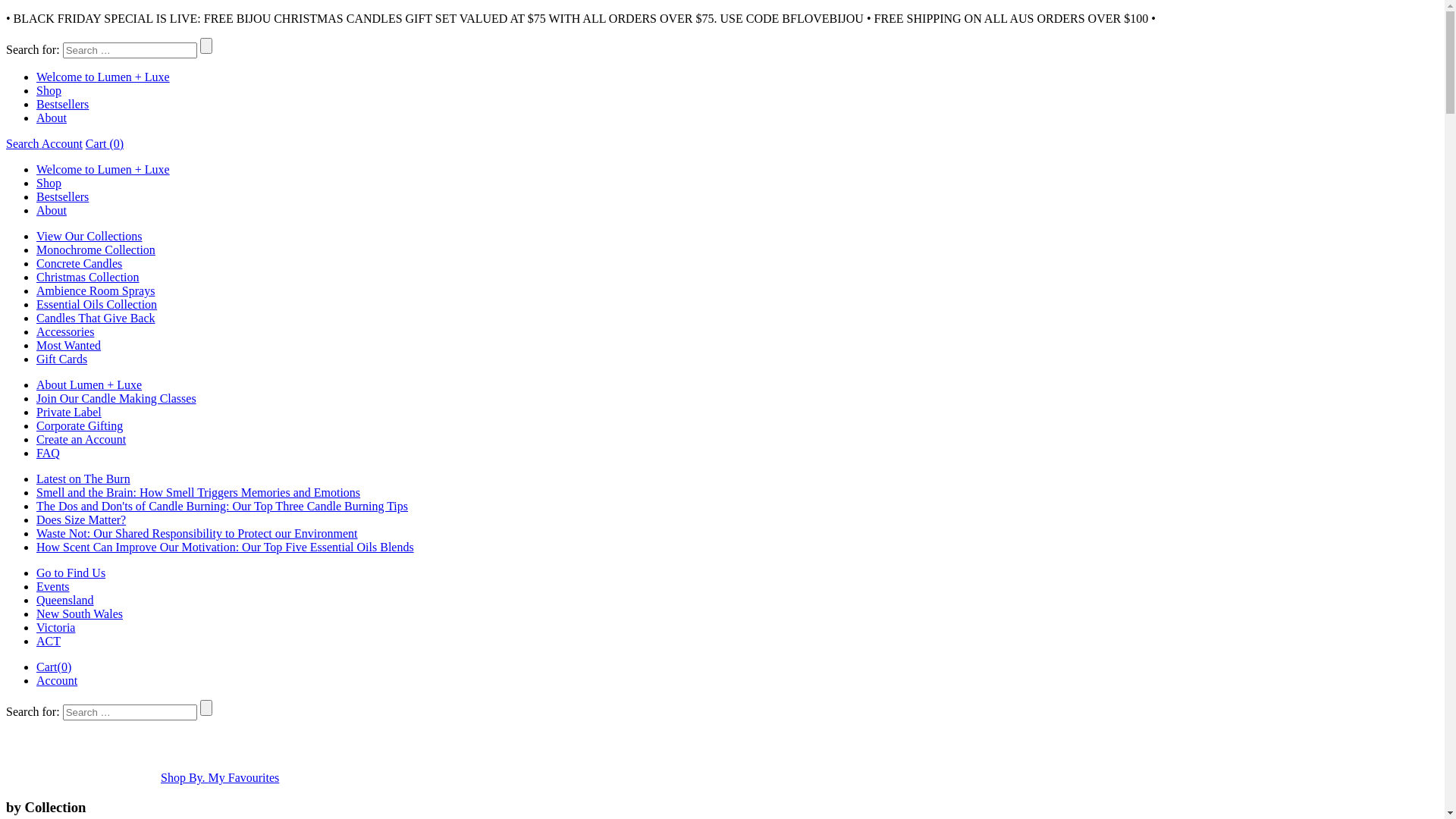 This screenshot has height=819, width=1456. Describe the element at coordinates (36, 479) in the screenshot. I see `'Latest on The Burn'` at that location.